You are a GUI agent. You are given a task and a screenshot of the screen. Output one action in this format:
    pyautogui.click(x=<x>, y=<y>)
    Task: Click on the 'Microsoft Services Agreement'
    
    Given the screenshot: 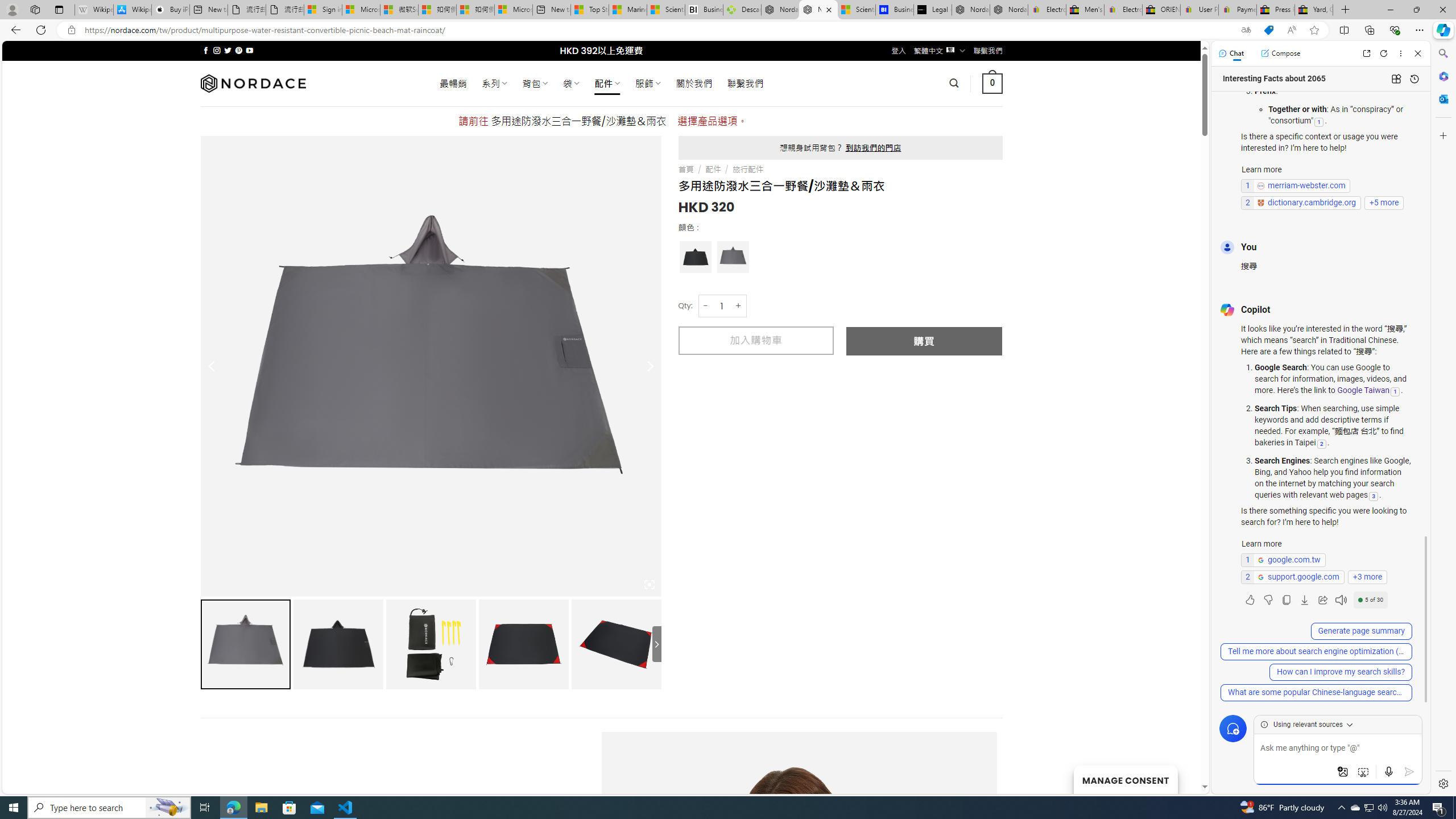 What is the action you would take?
    pyautogui.click(x=360, y=9)
    